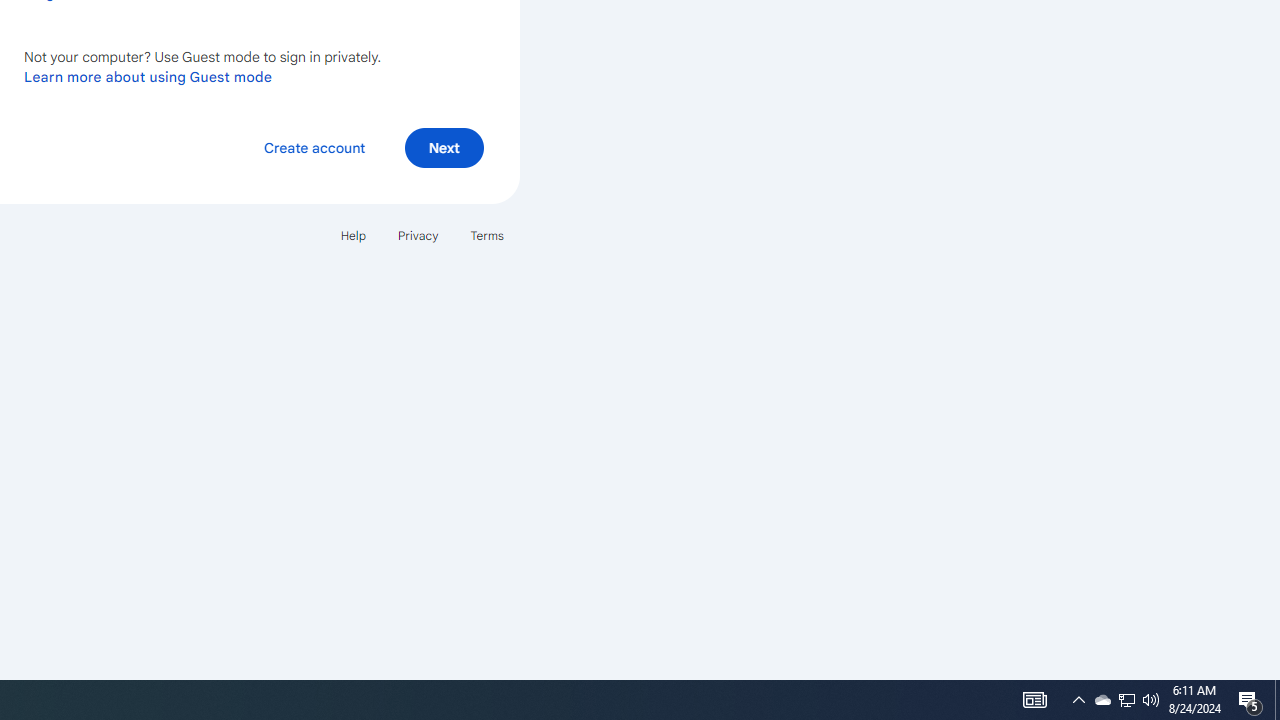 Image resolution: width=1280 pixels, height=720 pixels. What do you see at coordinates (443, 146) in the screenshot?
I see `'Next'` at bounding box center [443, 146].